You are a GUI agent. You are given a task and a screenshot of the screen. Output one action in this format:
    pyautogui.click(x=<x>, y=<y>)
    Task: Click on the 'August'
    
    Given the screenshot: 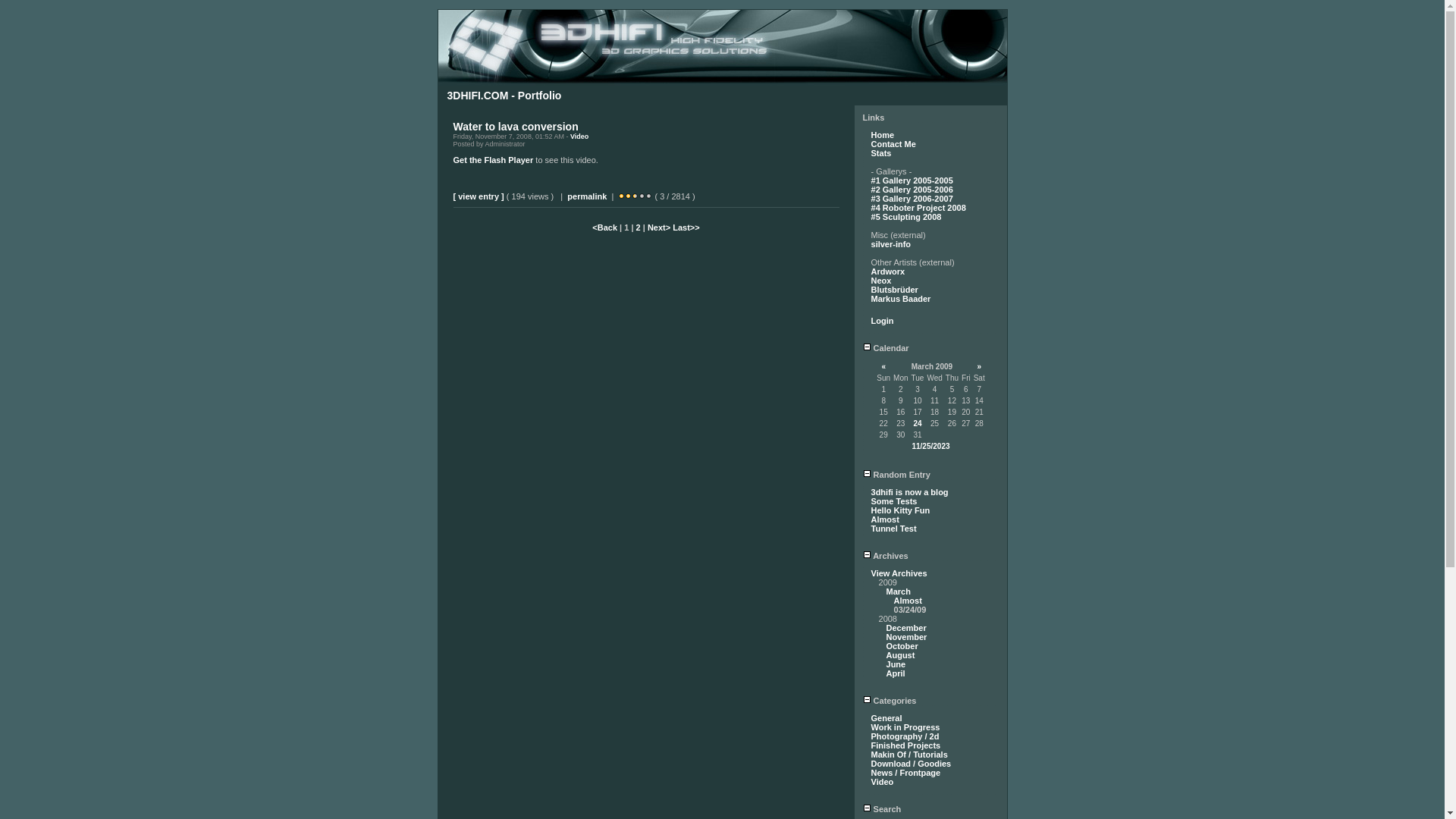 What is the action you would take?
    pyautogui.click(x=901, y=654)
    